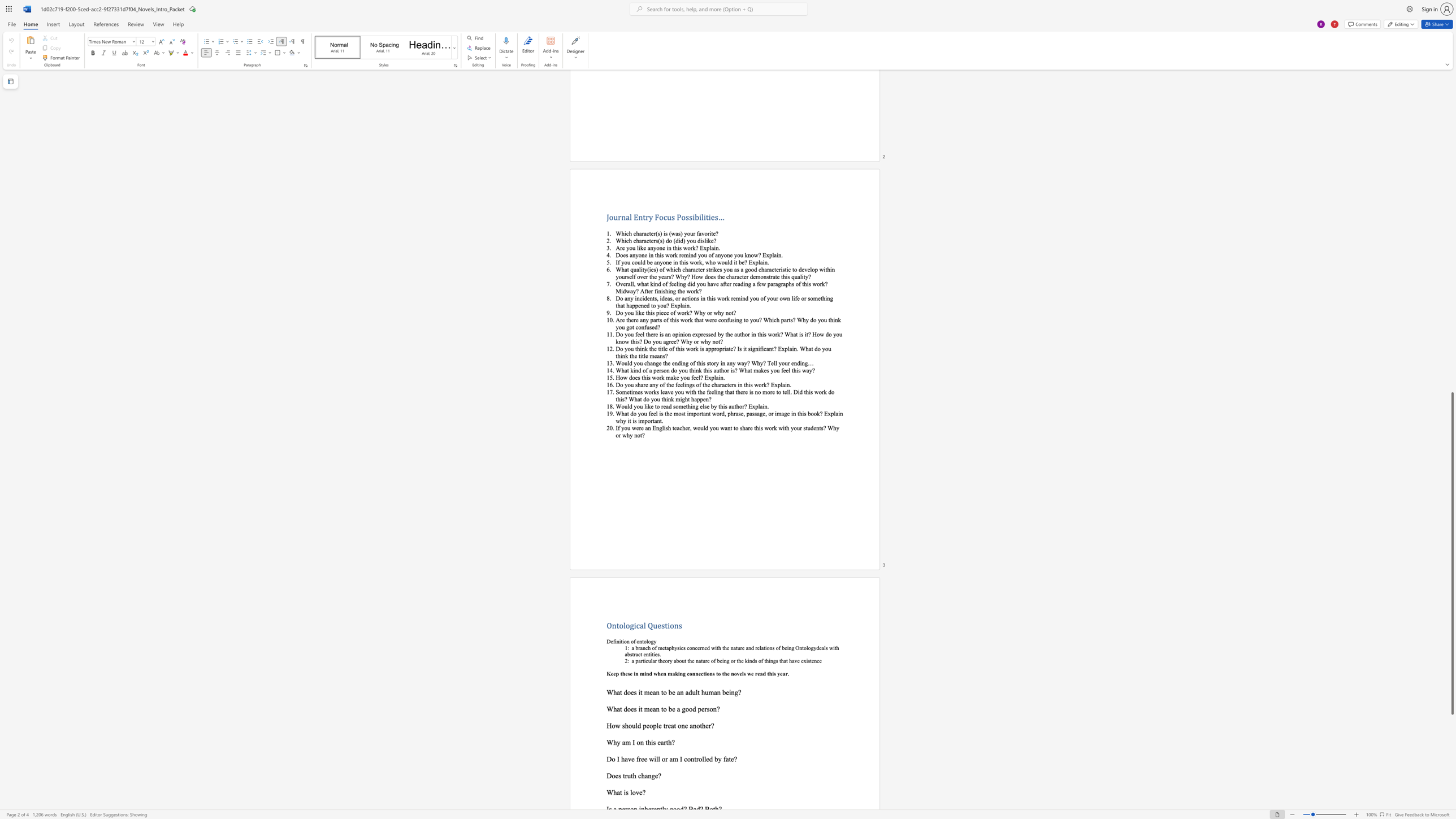  I want to click on the vertical scrollbar to raise the page content, so click(1451, 283).